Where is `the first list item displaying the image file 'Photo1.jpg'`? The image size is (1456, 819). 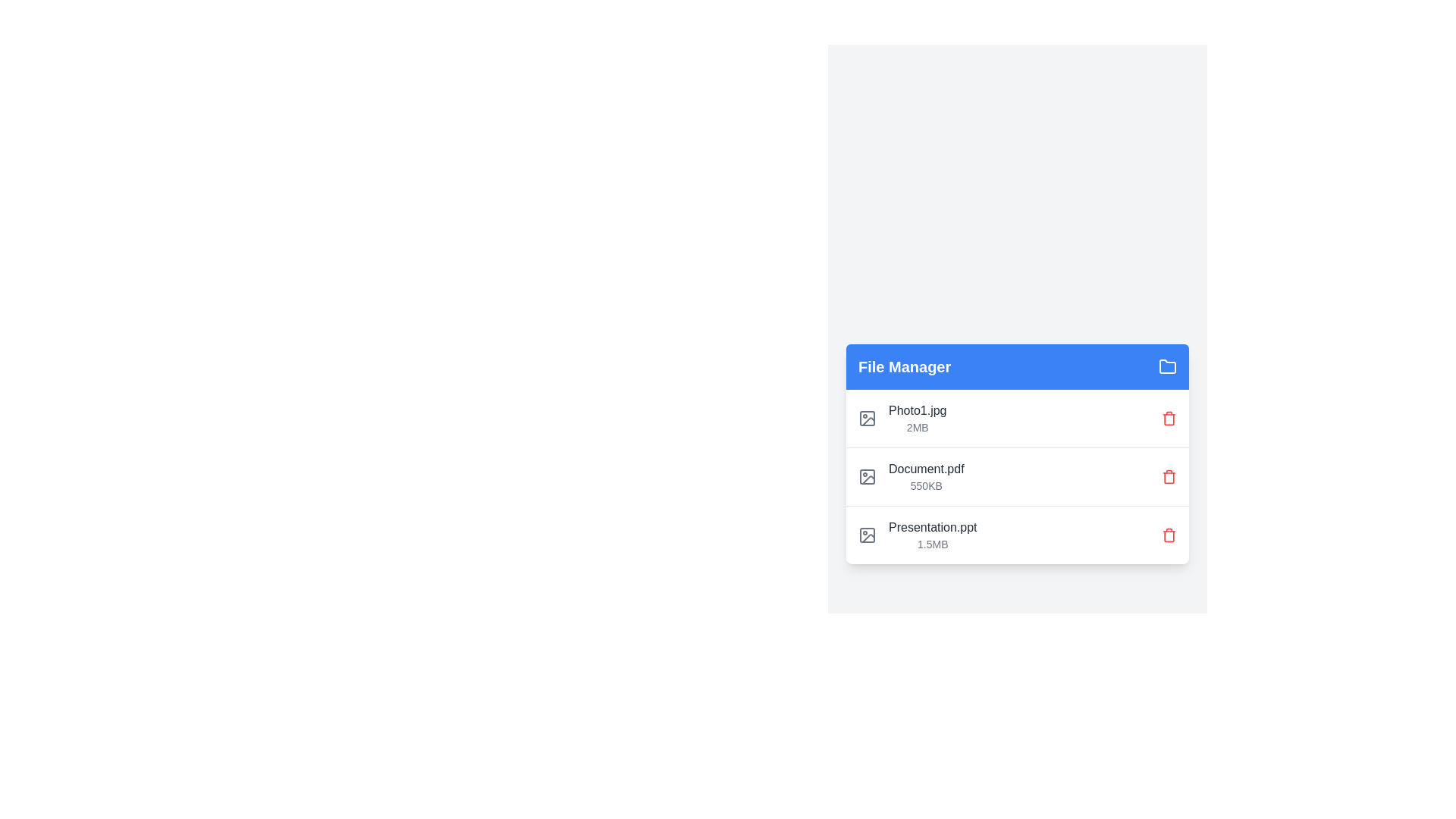
the first list item displaying the image file 'Photo1.jpg' is located at coordinates (902, 418).